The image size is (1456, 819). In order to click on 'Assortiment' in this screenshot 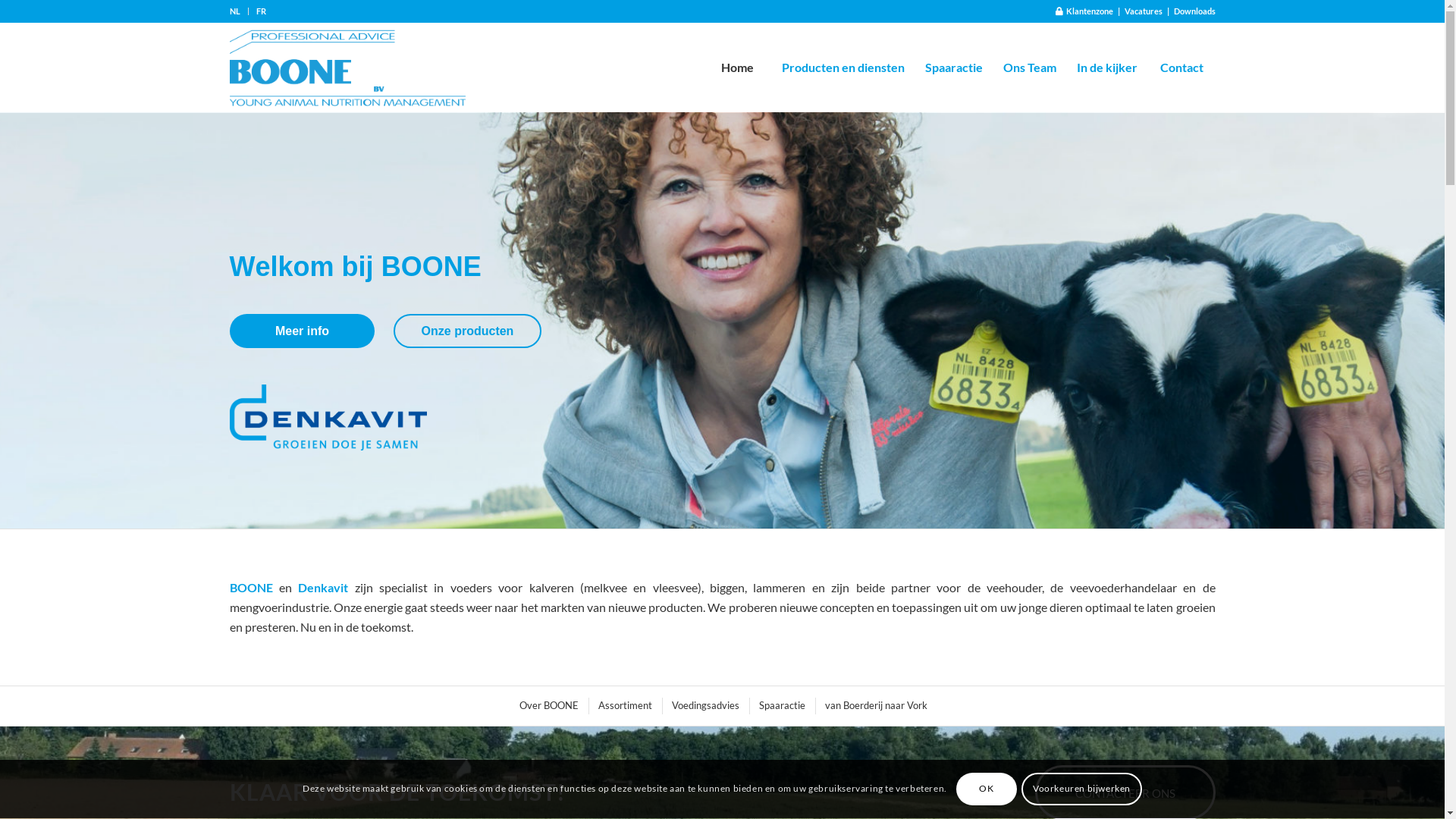, I will do `click(623, 705)`.